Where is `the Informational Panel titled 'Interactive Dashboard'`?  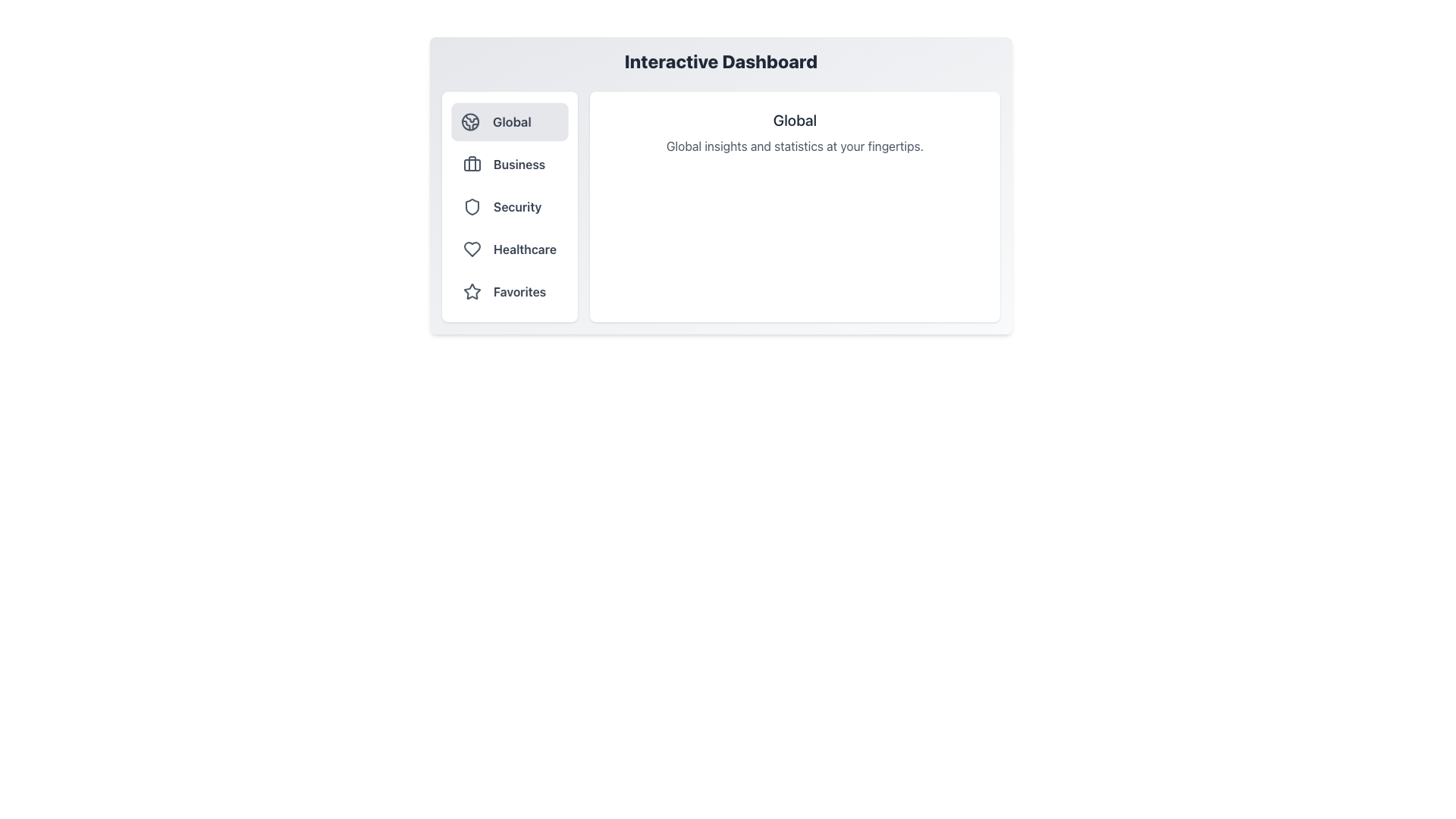
the Informational Panel titled 'Interactive Dashboard' is located at coordinates (720, 185).